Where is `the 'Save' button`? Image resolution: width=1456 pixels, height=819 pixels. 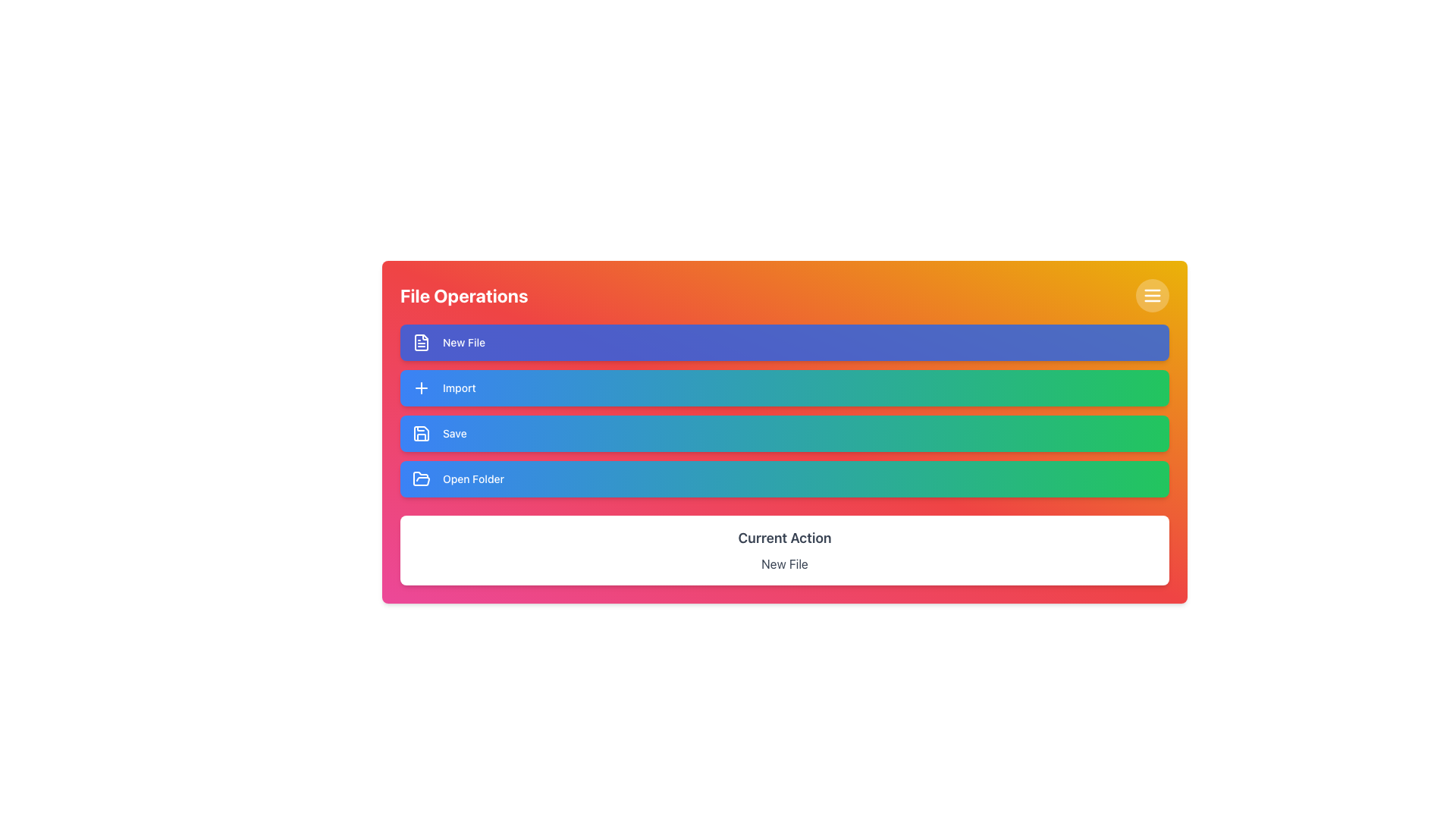
the 'Save' button is located at coordinates (785, 433).